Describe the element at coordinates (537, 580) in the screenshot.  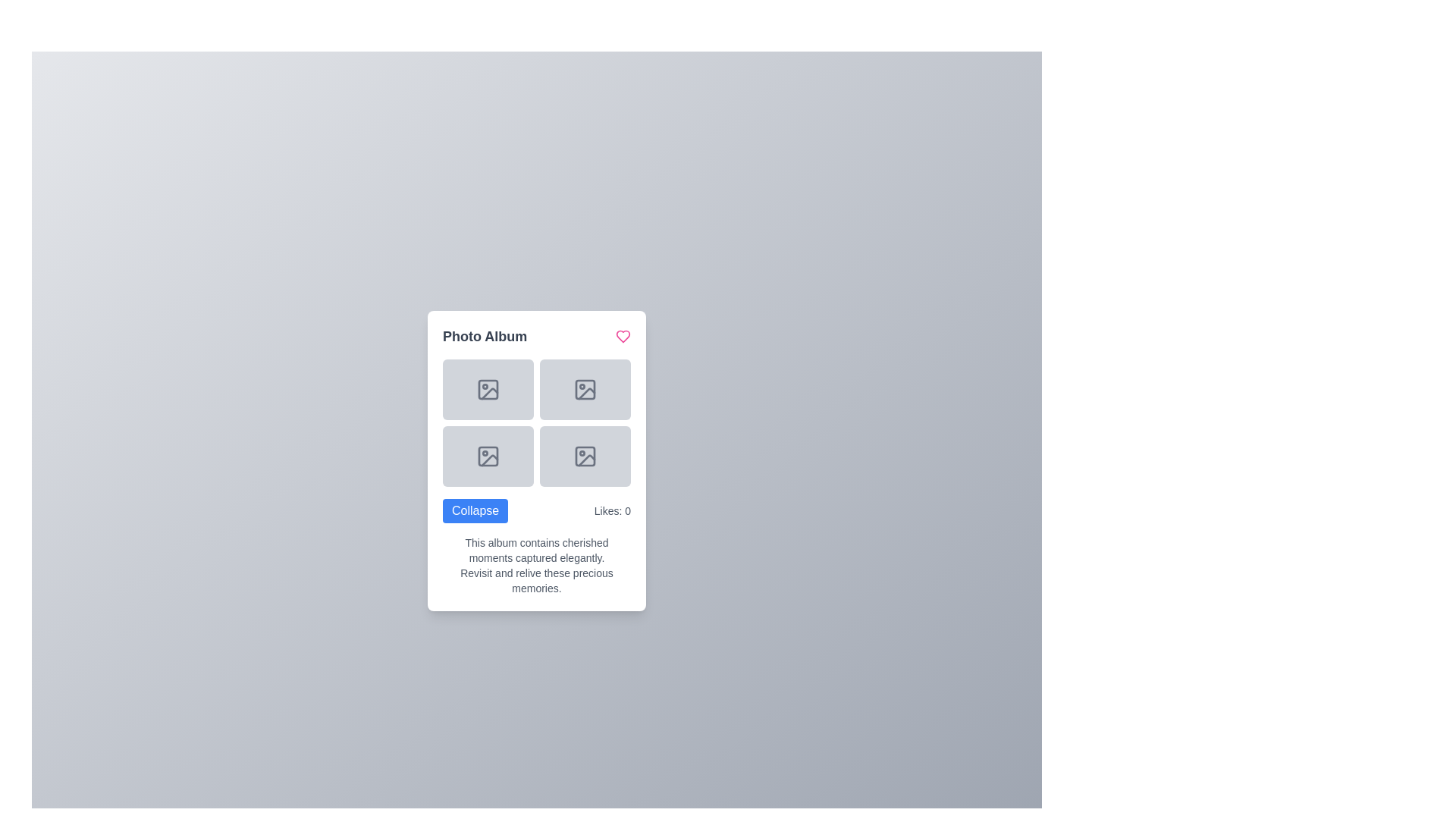
I see `text block that contains the content 'Revisit and relive these precious memories.' located at the bottom section of the 'Photo Album' card interface` at that location.